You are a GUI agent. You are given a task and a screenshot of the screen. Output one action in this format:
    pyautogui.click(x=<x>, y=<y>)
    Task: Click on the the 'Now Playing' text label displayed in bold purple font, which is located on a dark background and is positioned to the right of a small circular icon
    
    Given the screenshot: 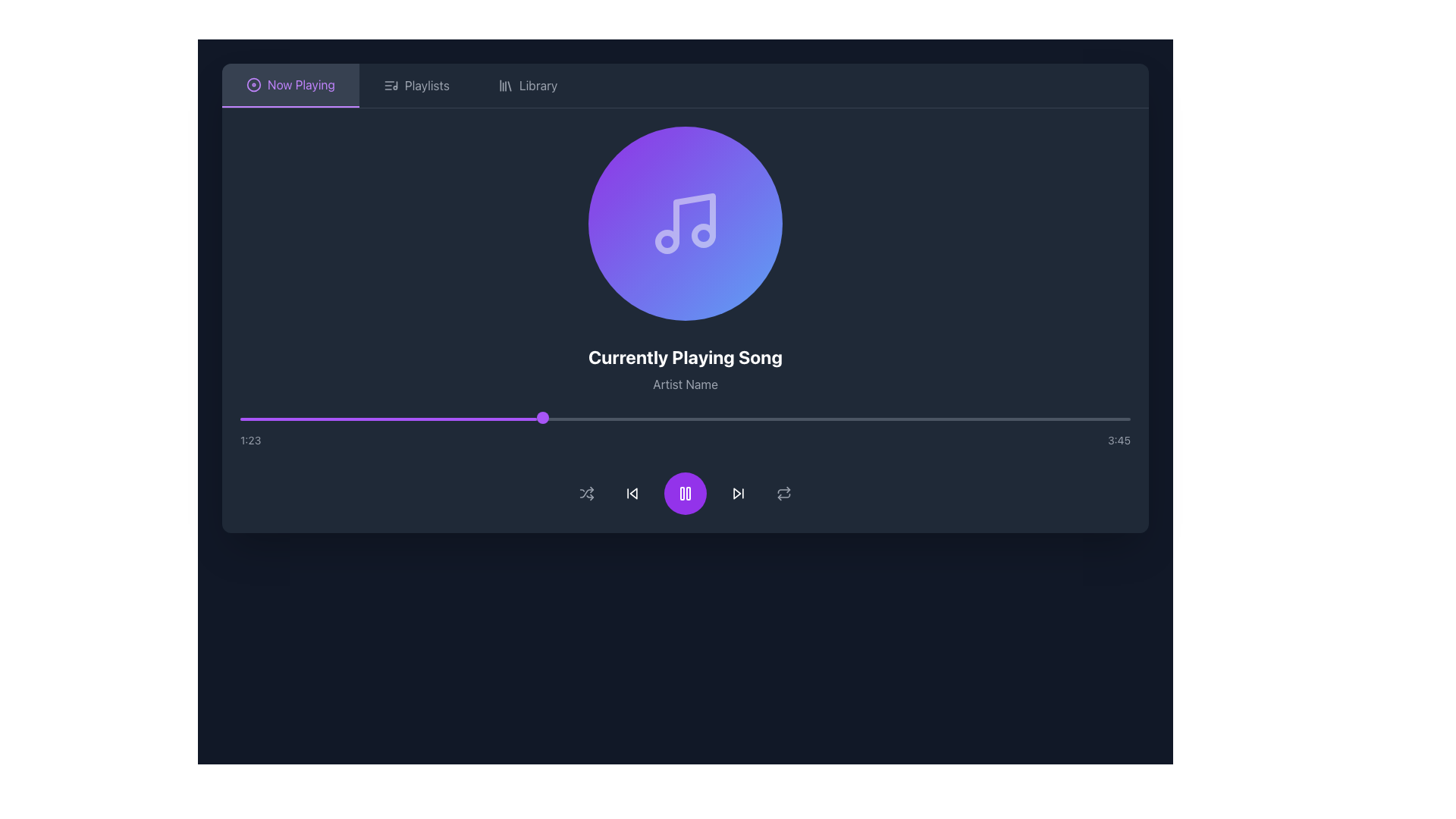 What is the action you would take?
    pyautogui.click(x=301, y=84)
    